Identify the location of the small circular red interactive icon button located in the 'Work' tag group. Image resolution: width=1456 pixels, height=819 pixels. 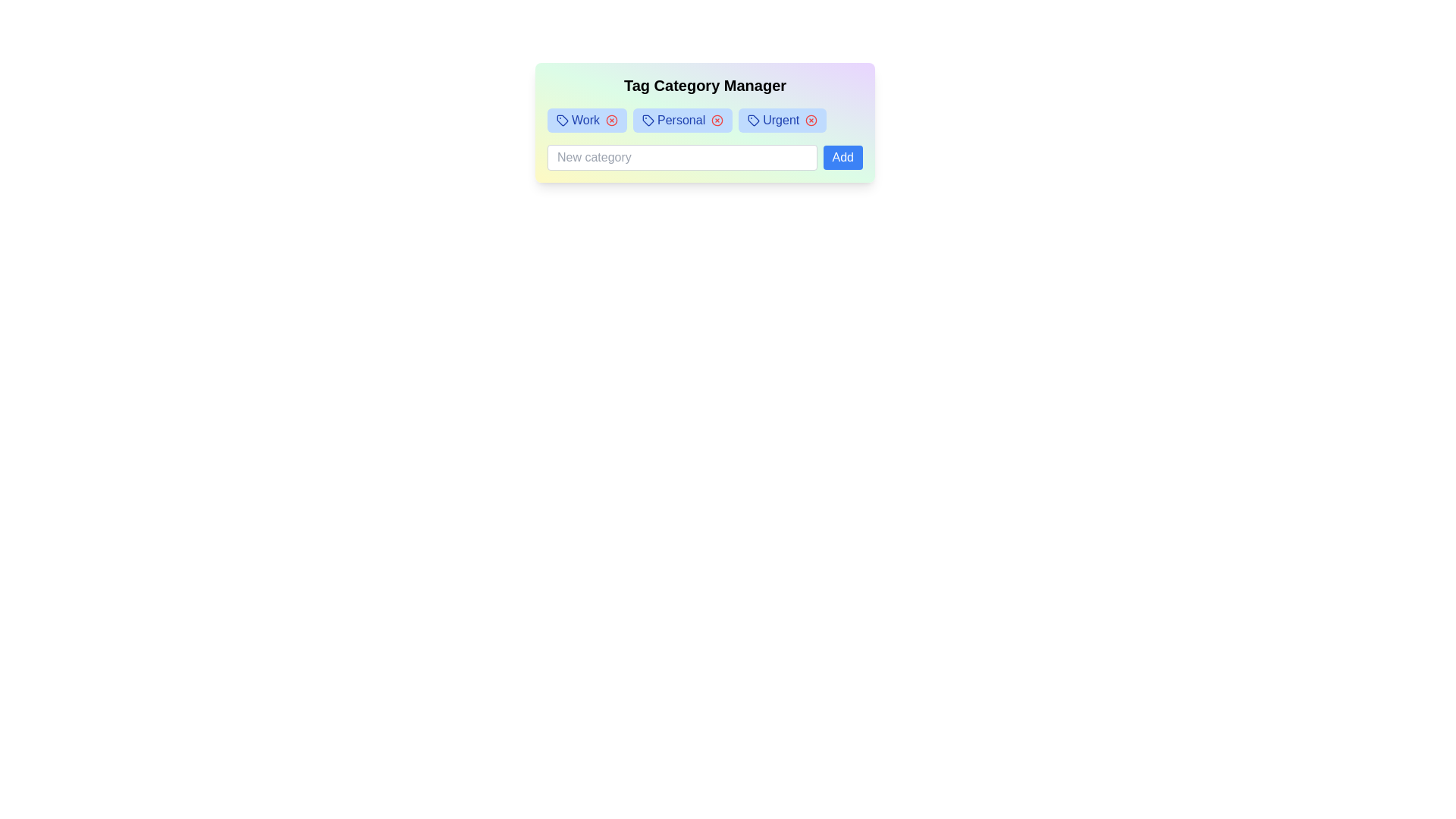
(611, 119).